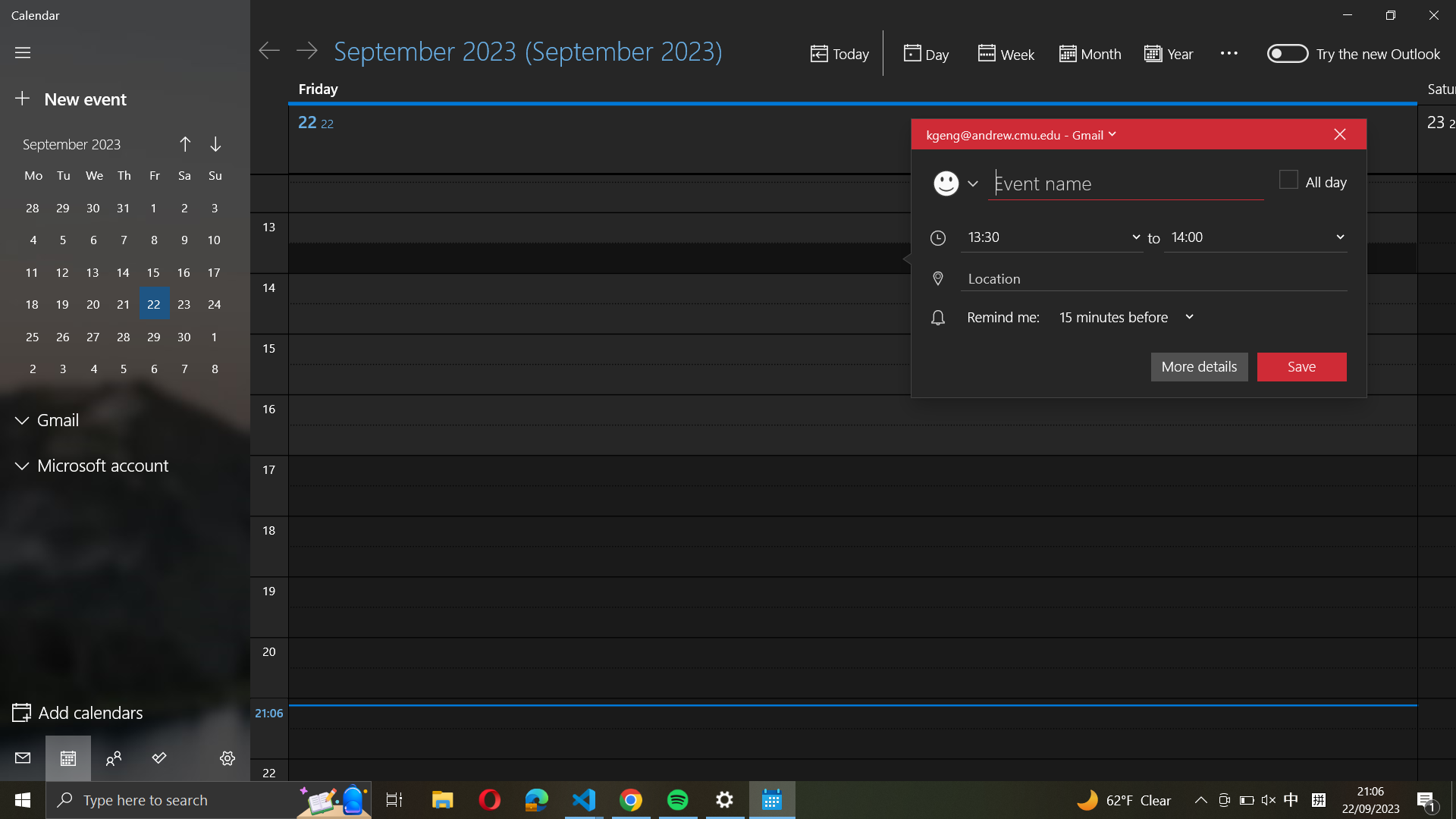 Image resolution: width=1456 pixels, height=819 pixels. What do you see at coordinates (1301, 366) in the screenshot?
I see `Preserve the ongoing event` at bounding box center [1301, 366].